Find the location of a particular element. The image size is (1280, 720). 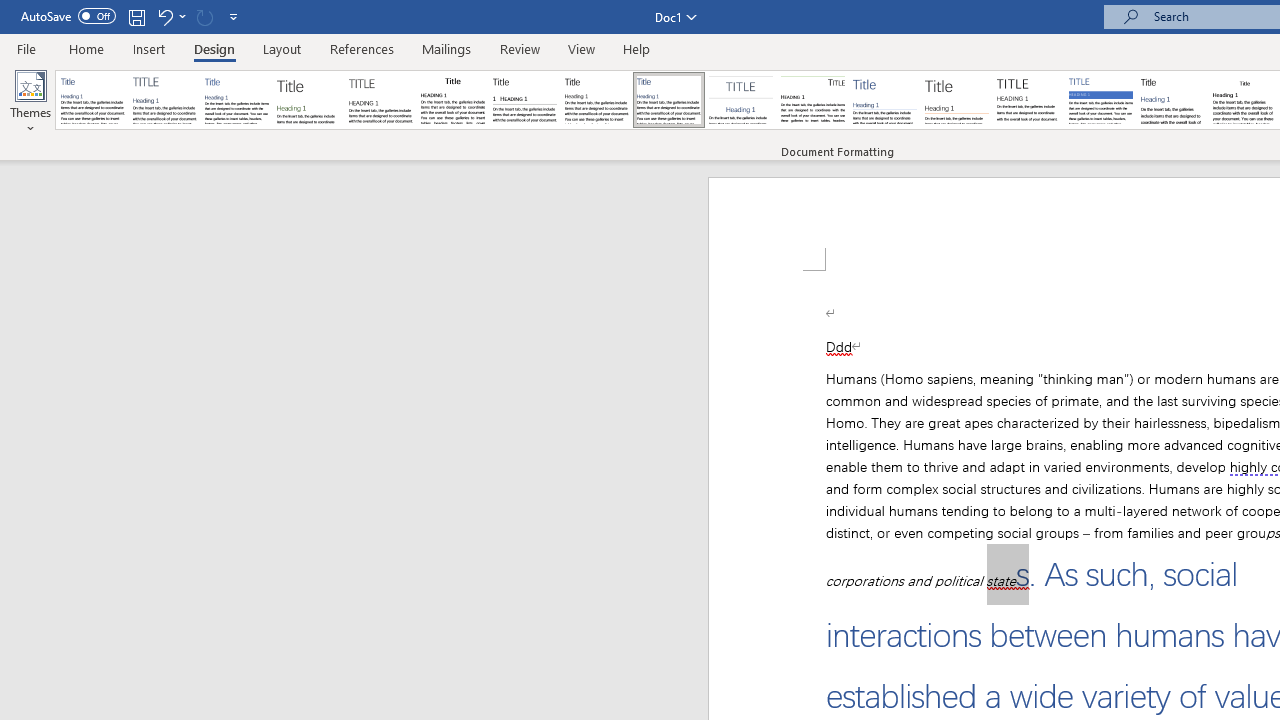

'Black & White (Numbered)' is located at coordinates (524, 100).